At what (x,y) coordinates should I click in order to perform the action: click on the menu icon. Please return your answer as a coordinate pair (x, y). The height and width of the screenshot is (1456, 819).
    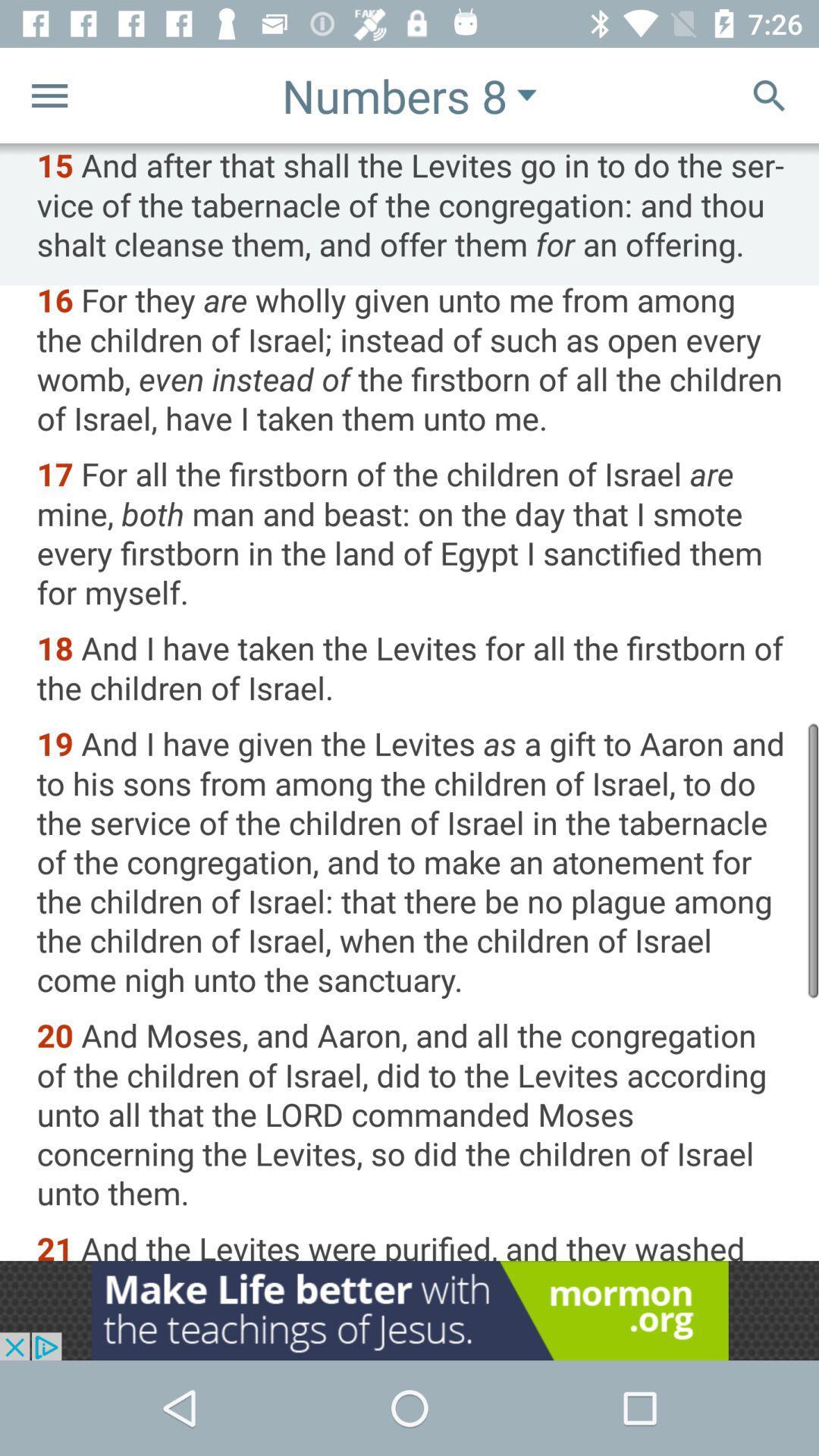
    Looking at the image, I should click on (49, 94).